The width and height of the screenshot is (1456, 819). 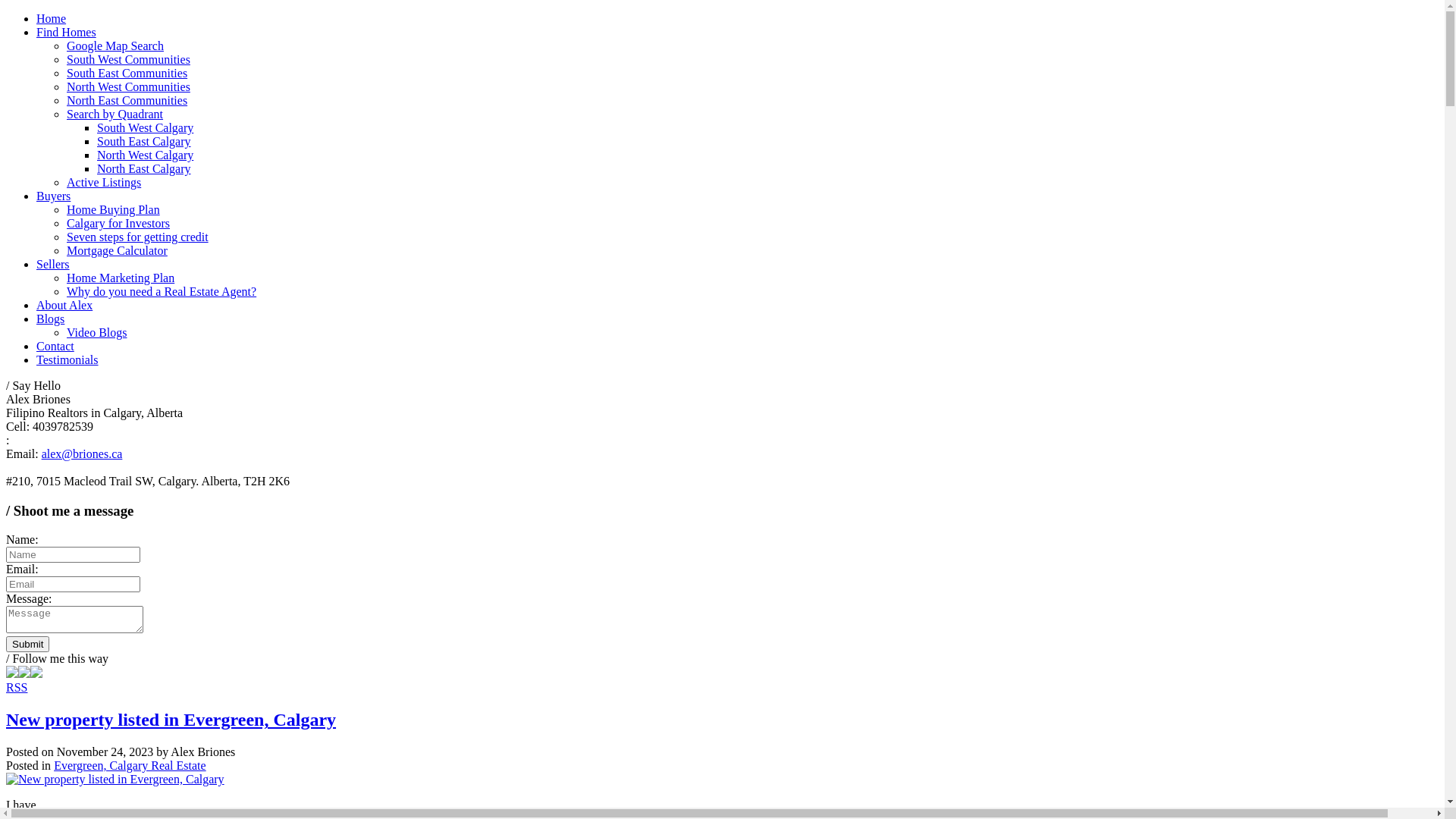 What do you see at coordinates (130, 765) in the screenshot?
I see `'Evergreen, Calgary Real Estate'` at bounding box center [130, 765].